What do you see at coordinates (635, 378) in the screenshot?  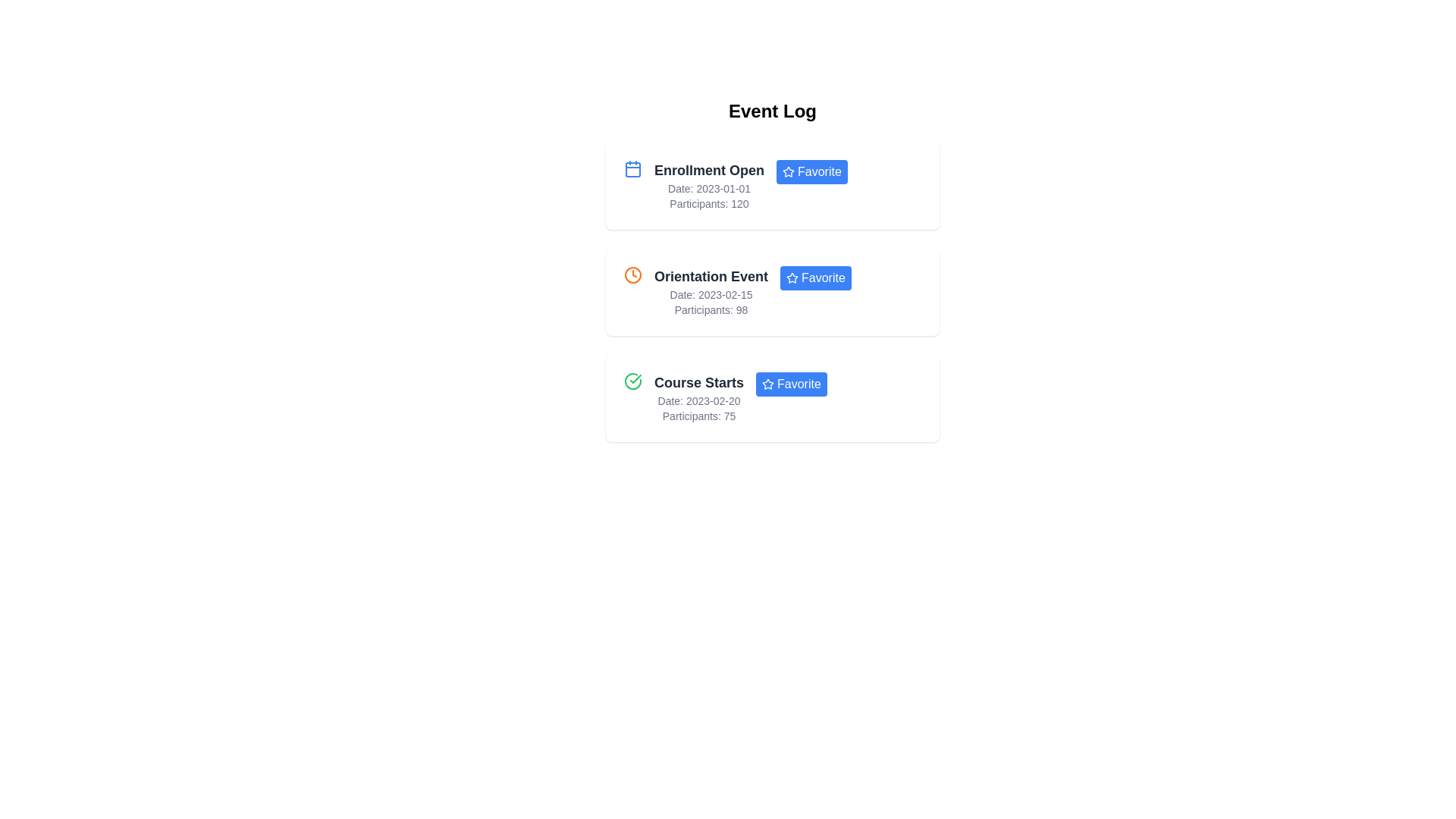 I see `the green checkmark icon located within the third event block labeled 'Course Starts' to indicate success or completion, if it is interactive` at bounding box center [635, 378].